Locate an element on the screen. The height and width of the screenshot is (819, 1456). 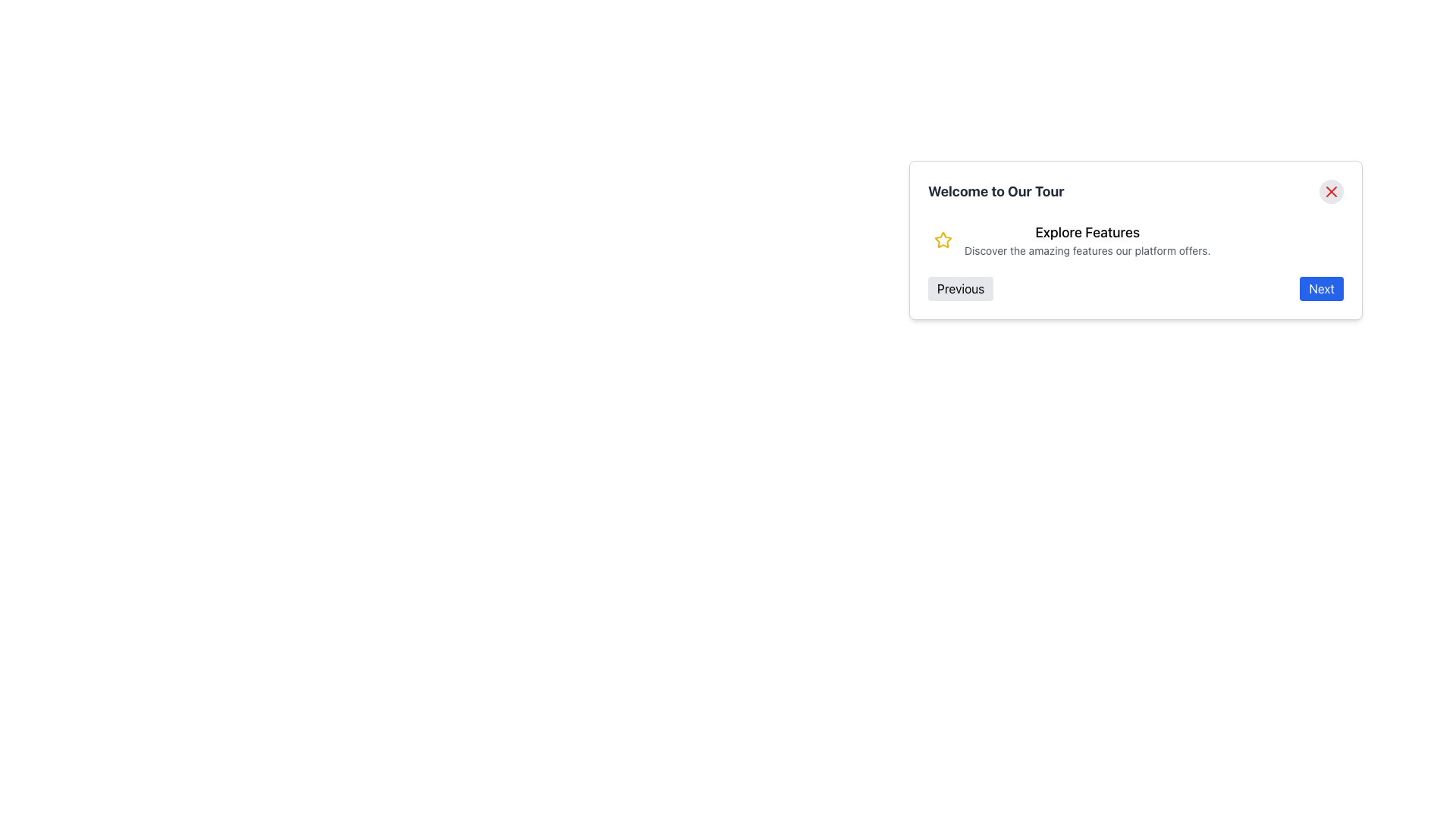
the informational Text Label located below the bolded 'Explore Features' text, which provides additional information about the features is located at coordinates (1087, 250).